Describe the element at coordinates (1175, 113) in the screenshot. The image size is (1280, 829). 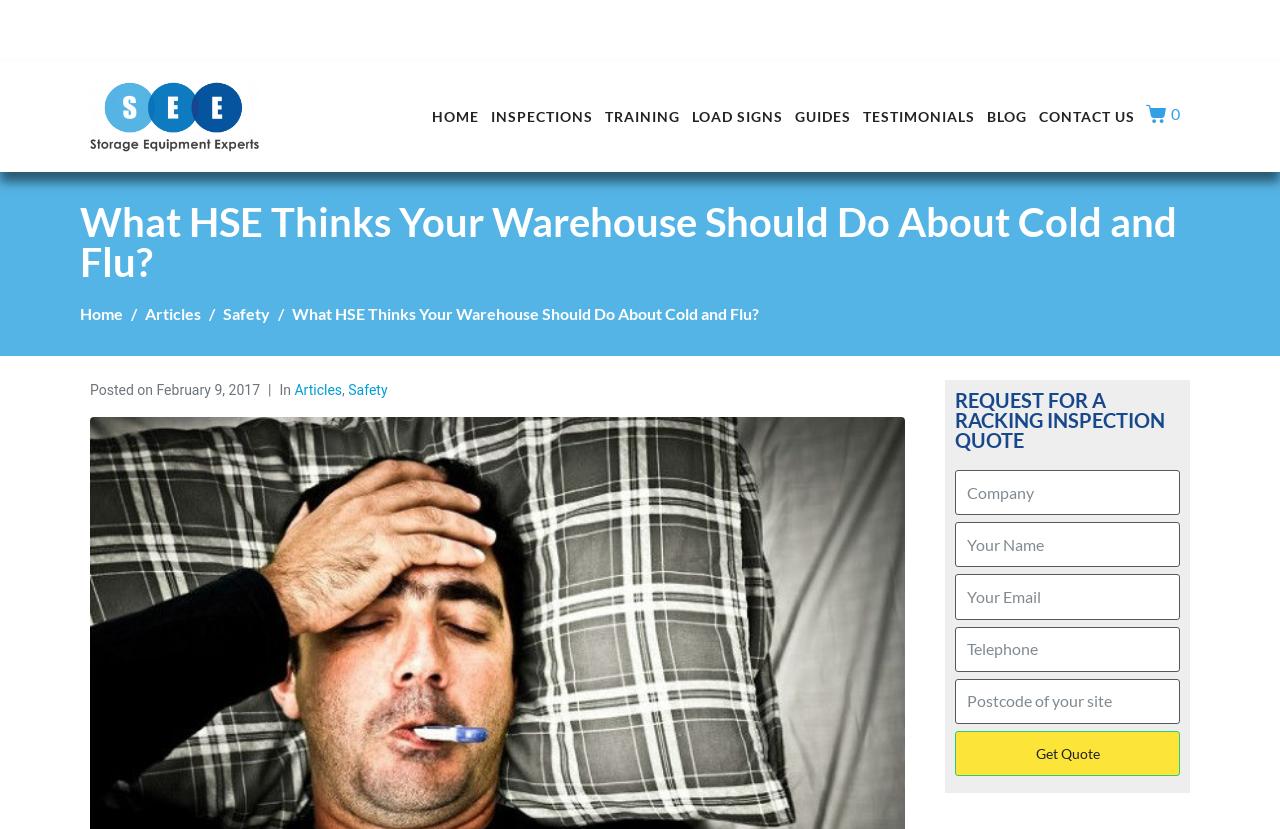
I see `'0'` at that location.